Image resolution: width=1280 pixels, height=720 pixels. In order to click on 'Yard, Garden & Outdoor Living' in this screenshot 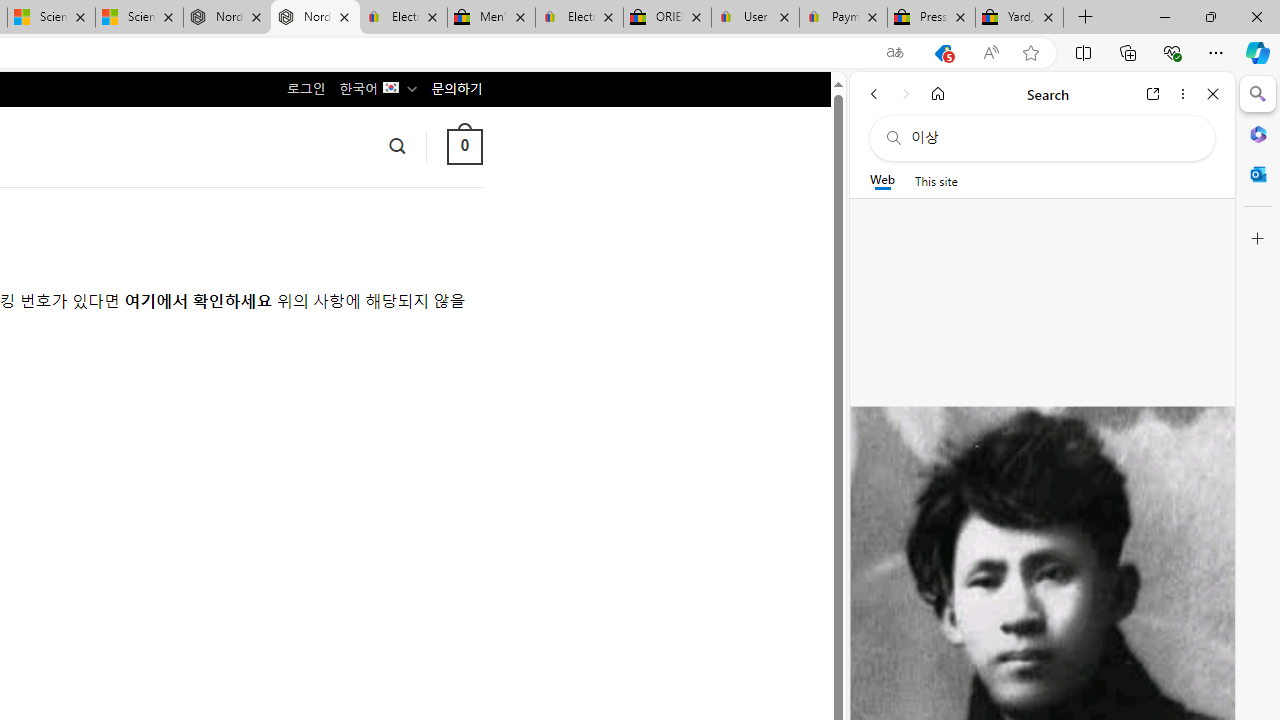, I will do `click(1019, 17)`.